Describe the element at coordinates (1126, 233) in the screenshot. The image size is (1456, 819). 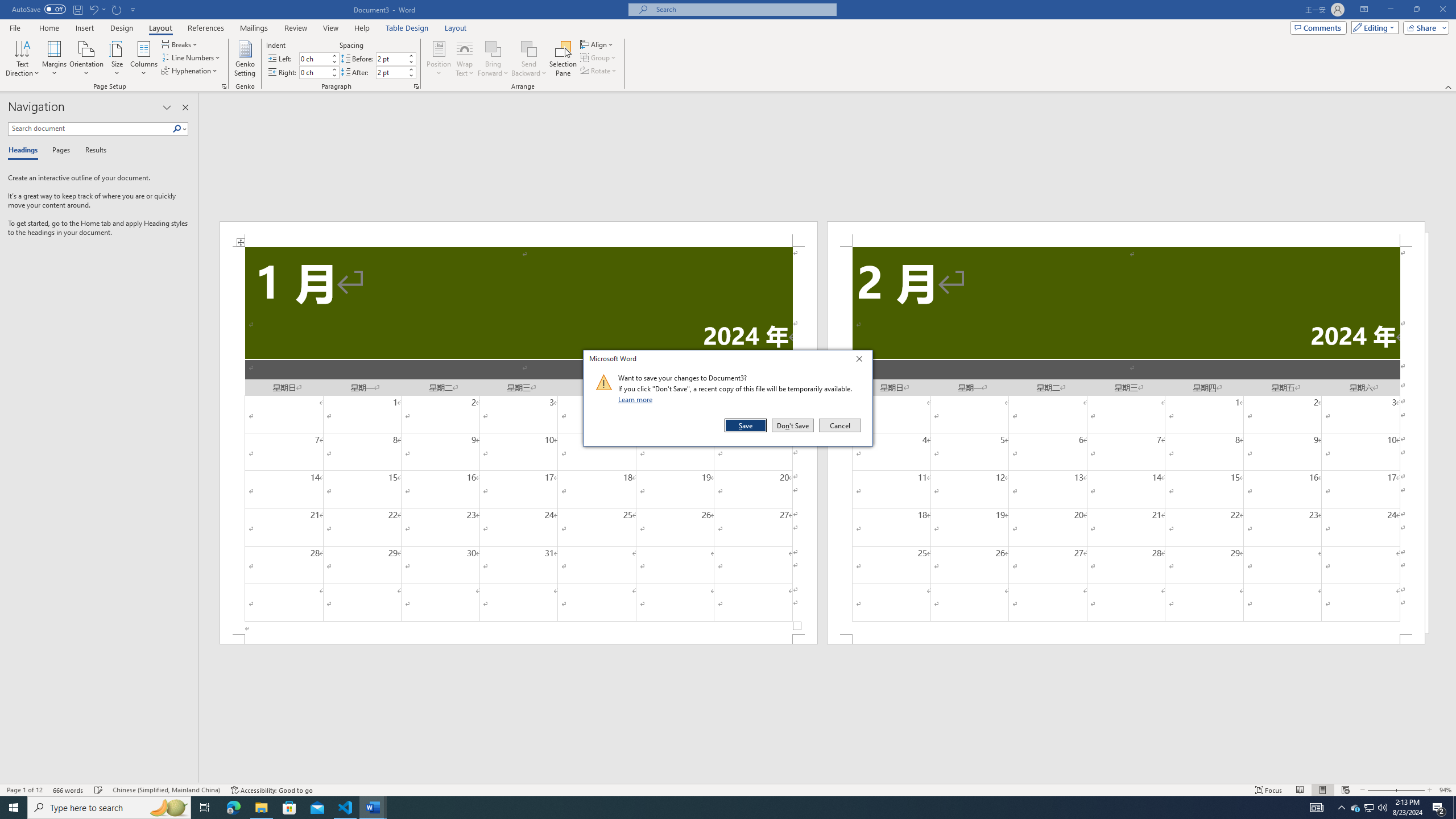
I see `'Header -Section 2-'` at that location.